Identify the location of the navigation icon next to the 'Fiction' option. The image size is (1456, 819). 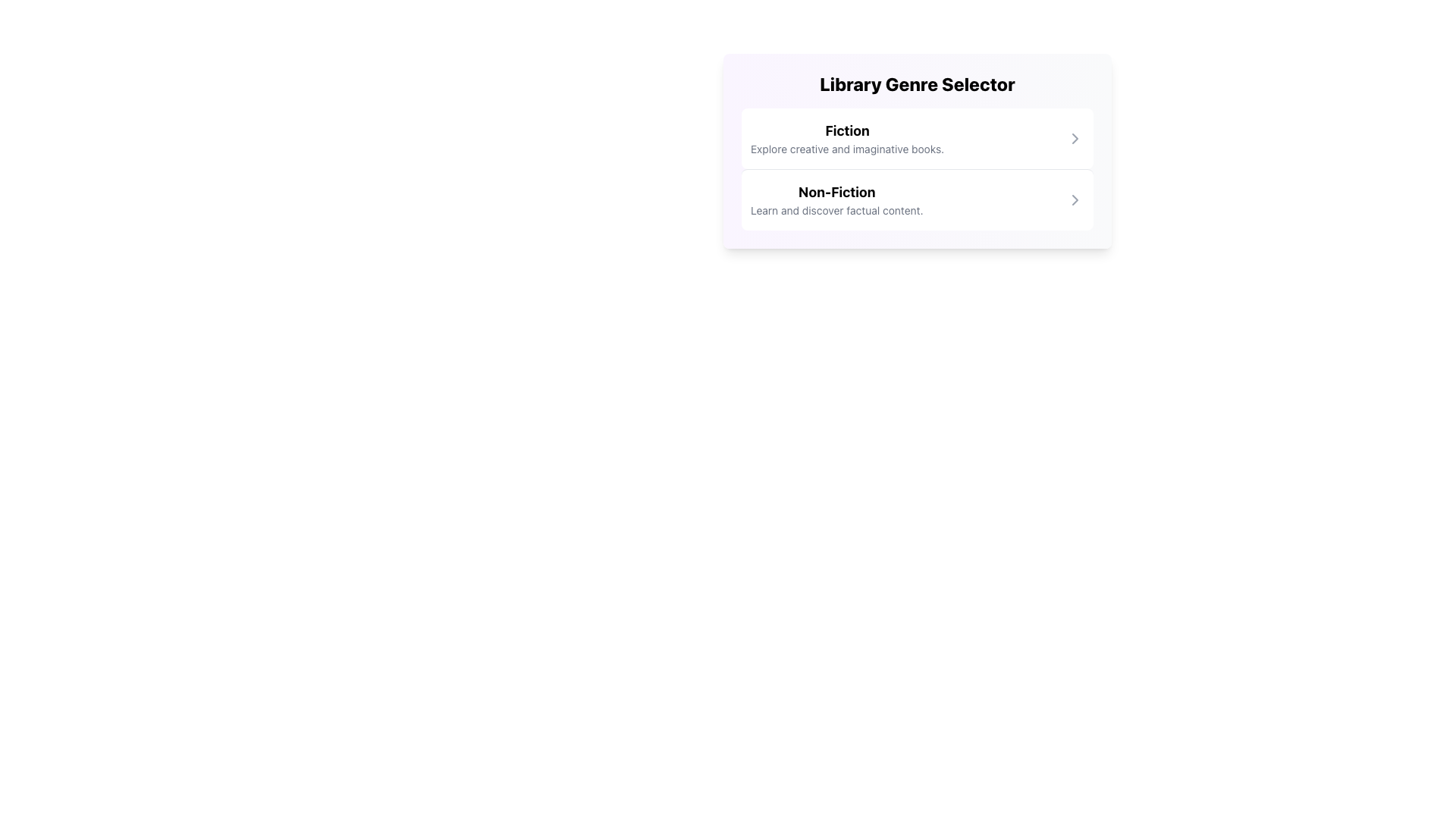
(1074, 138).